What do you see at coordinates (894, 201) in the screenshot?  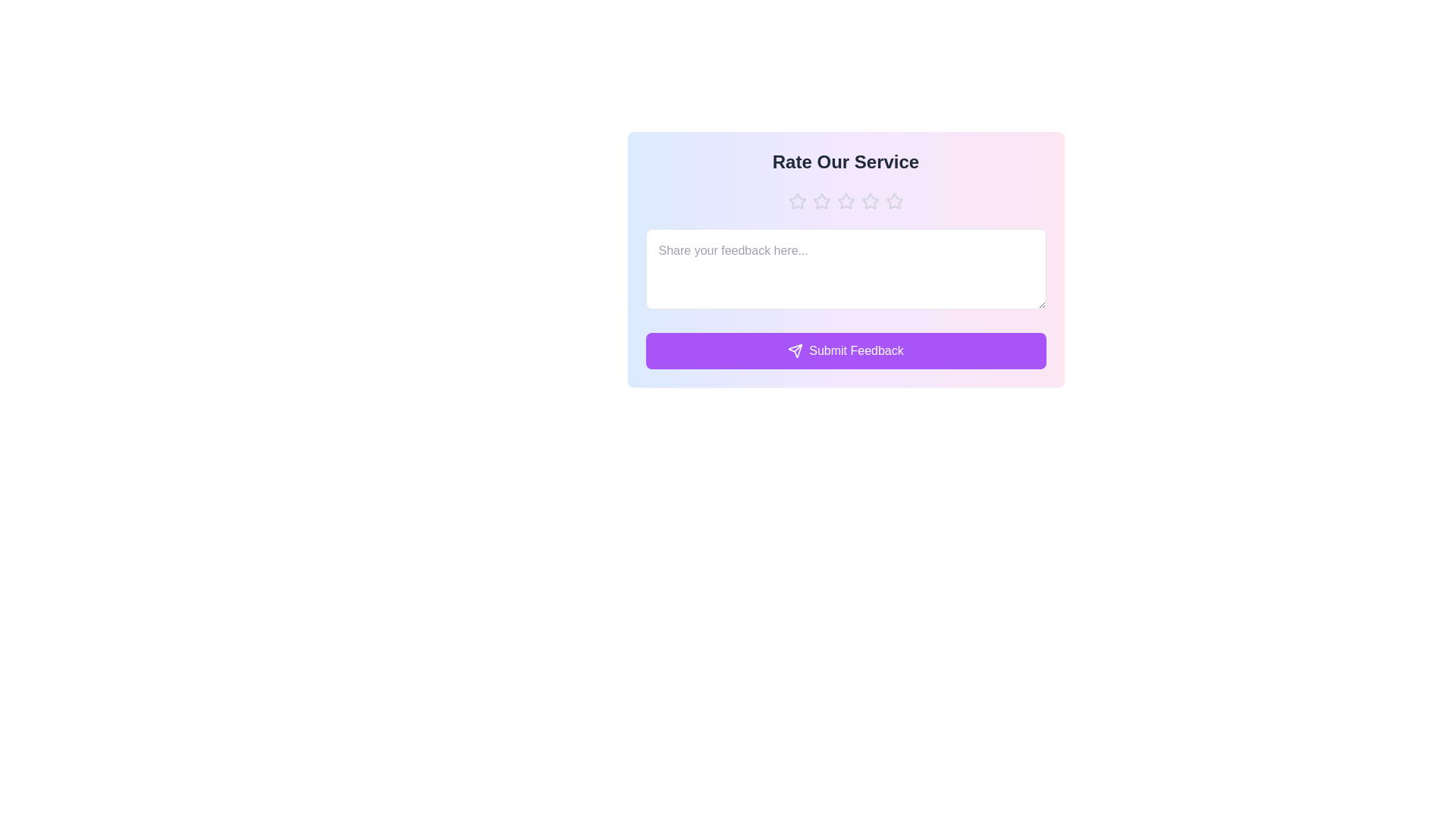 I see `the rating to 5 stars by clicking the corresponding star button` at bounding box center [894, 201].